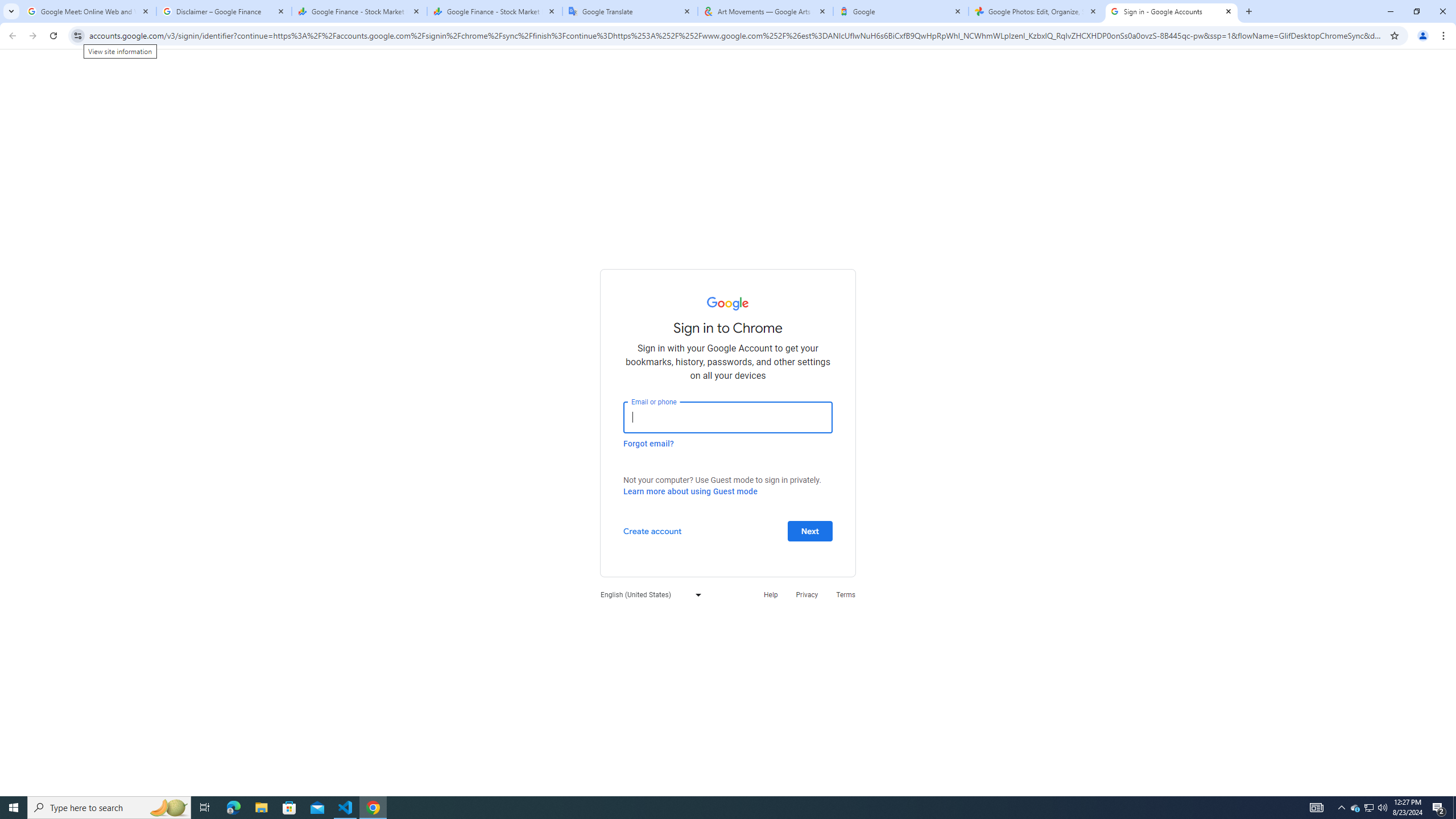  What do you see at coordinates (630, 11) in the screenshot?
I see `'Google Translate'` at bounding box center [630, 11].